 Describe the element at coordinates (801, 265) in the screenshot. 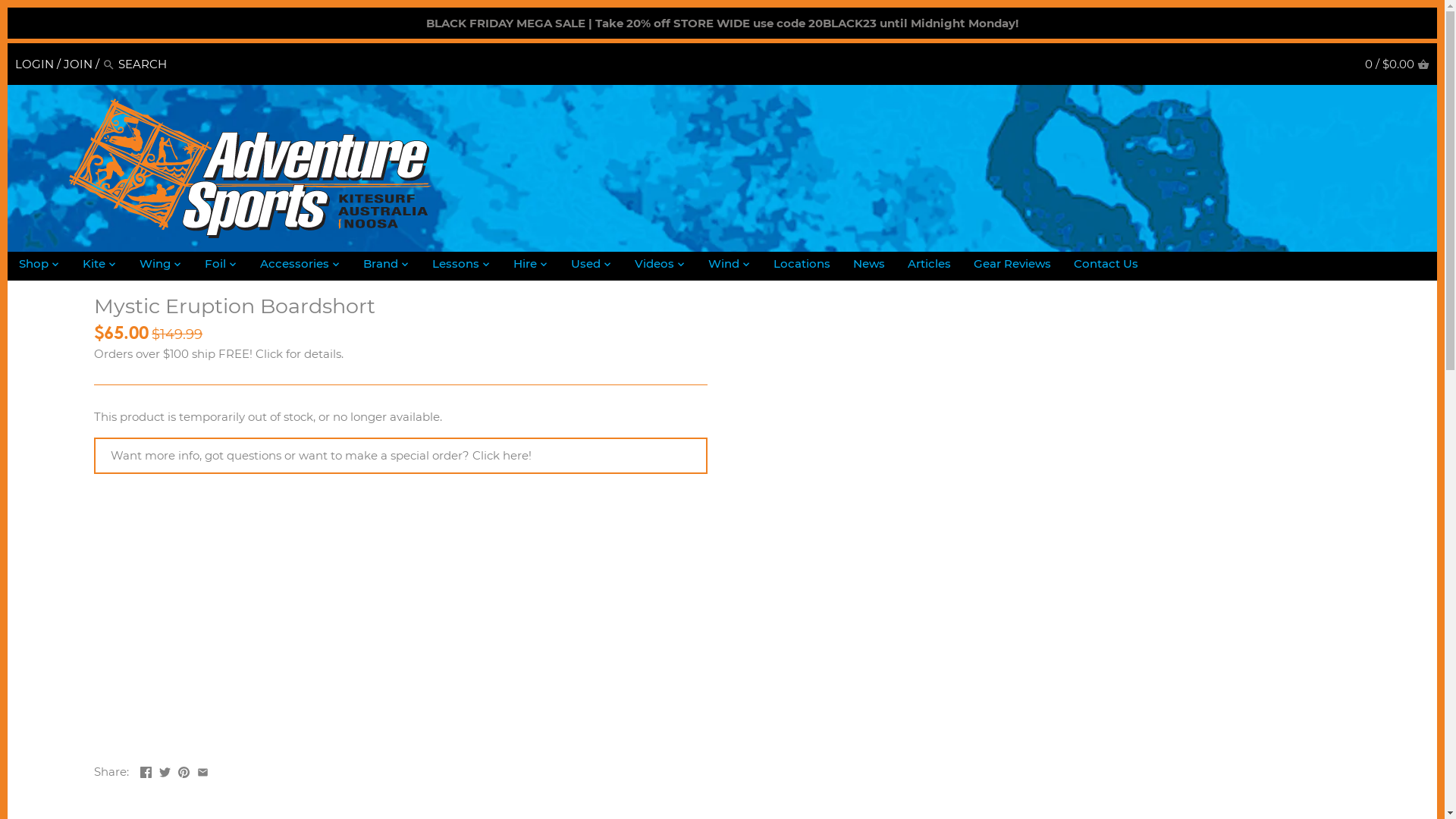

I see `'Locations'` at that location.